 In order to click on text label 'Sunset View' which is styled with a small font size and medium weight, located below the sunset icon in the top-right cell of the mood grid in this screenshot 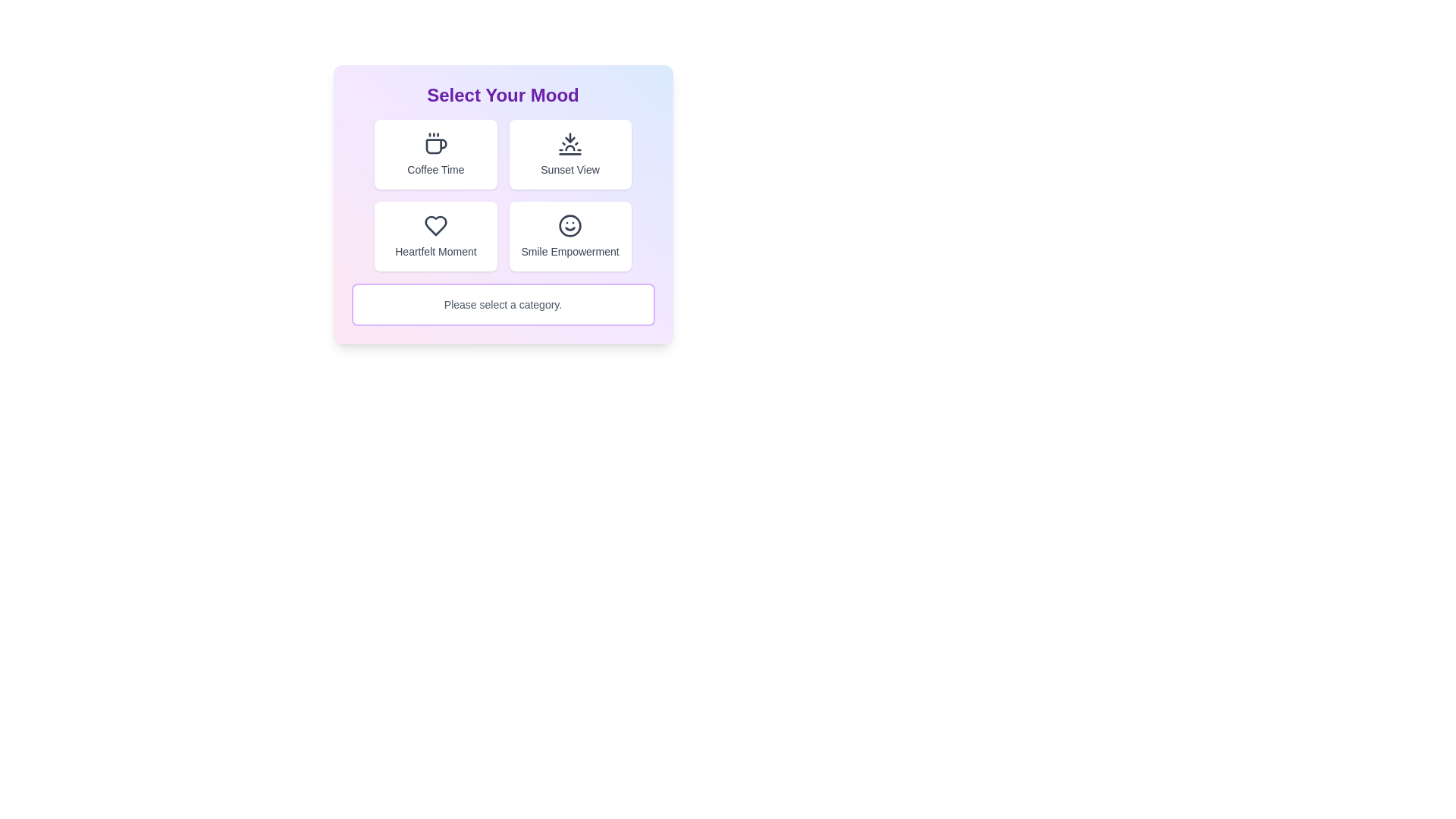, I will do `click(570, 169)`.